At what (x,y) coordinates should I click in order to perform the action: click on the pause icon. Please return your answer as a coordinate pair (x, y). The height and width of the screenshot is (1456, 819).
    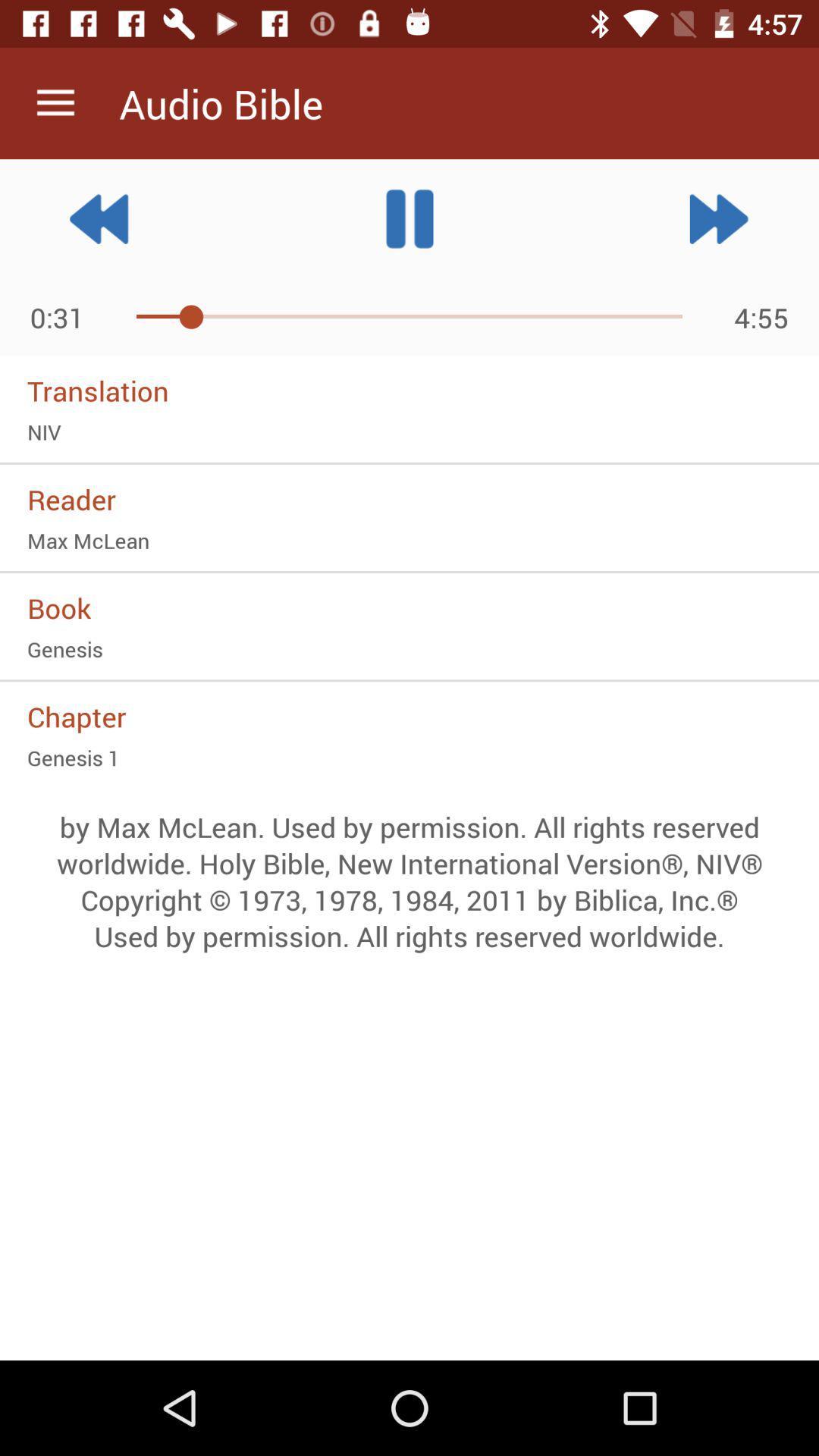
    Looking at the image, I should click on (409, 218).